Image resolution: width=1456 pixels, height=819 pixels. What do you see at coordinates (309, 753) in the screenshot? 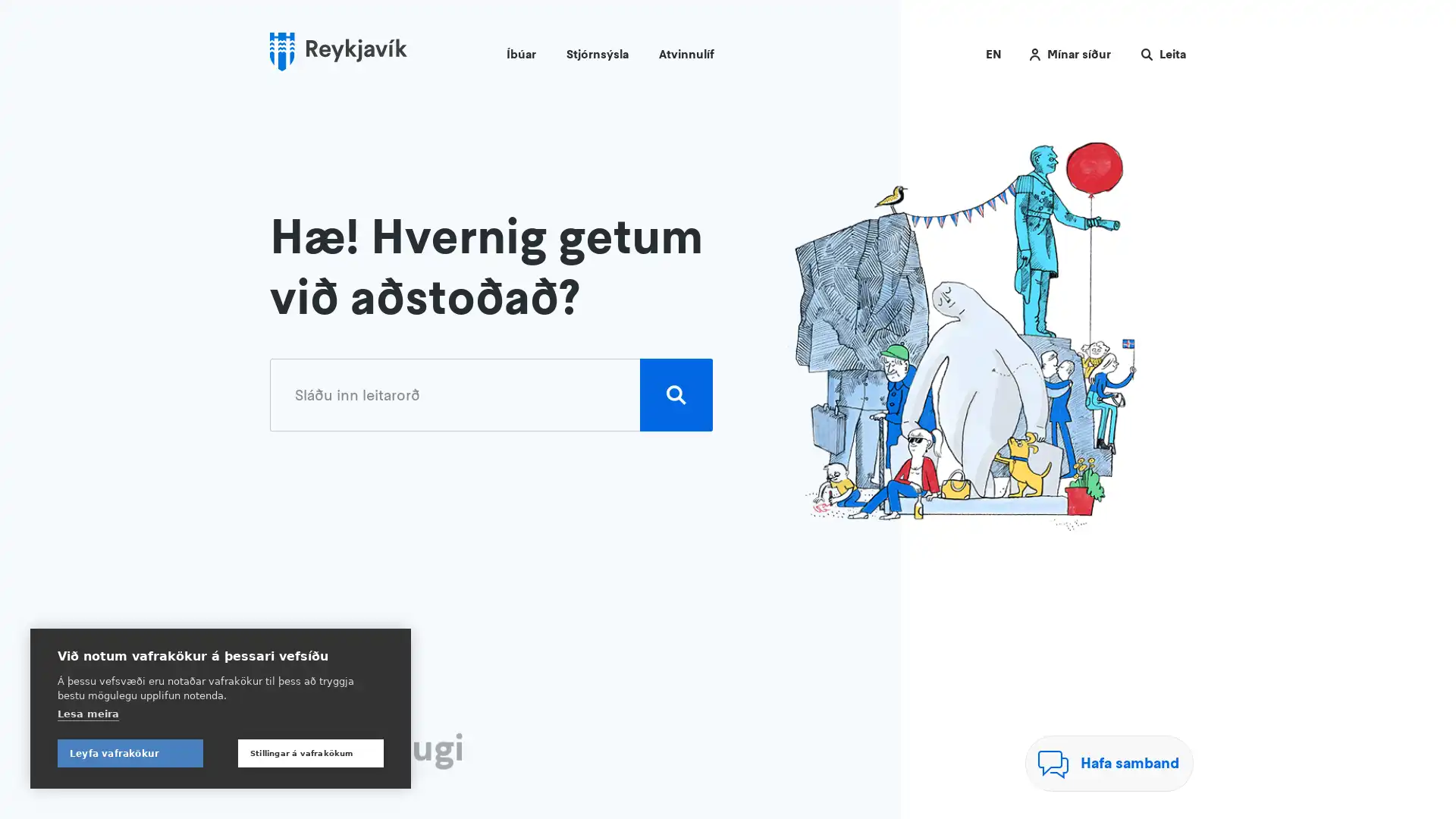
I see `Stillingar a vafrakokum` at bounding box center [309, 753].